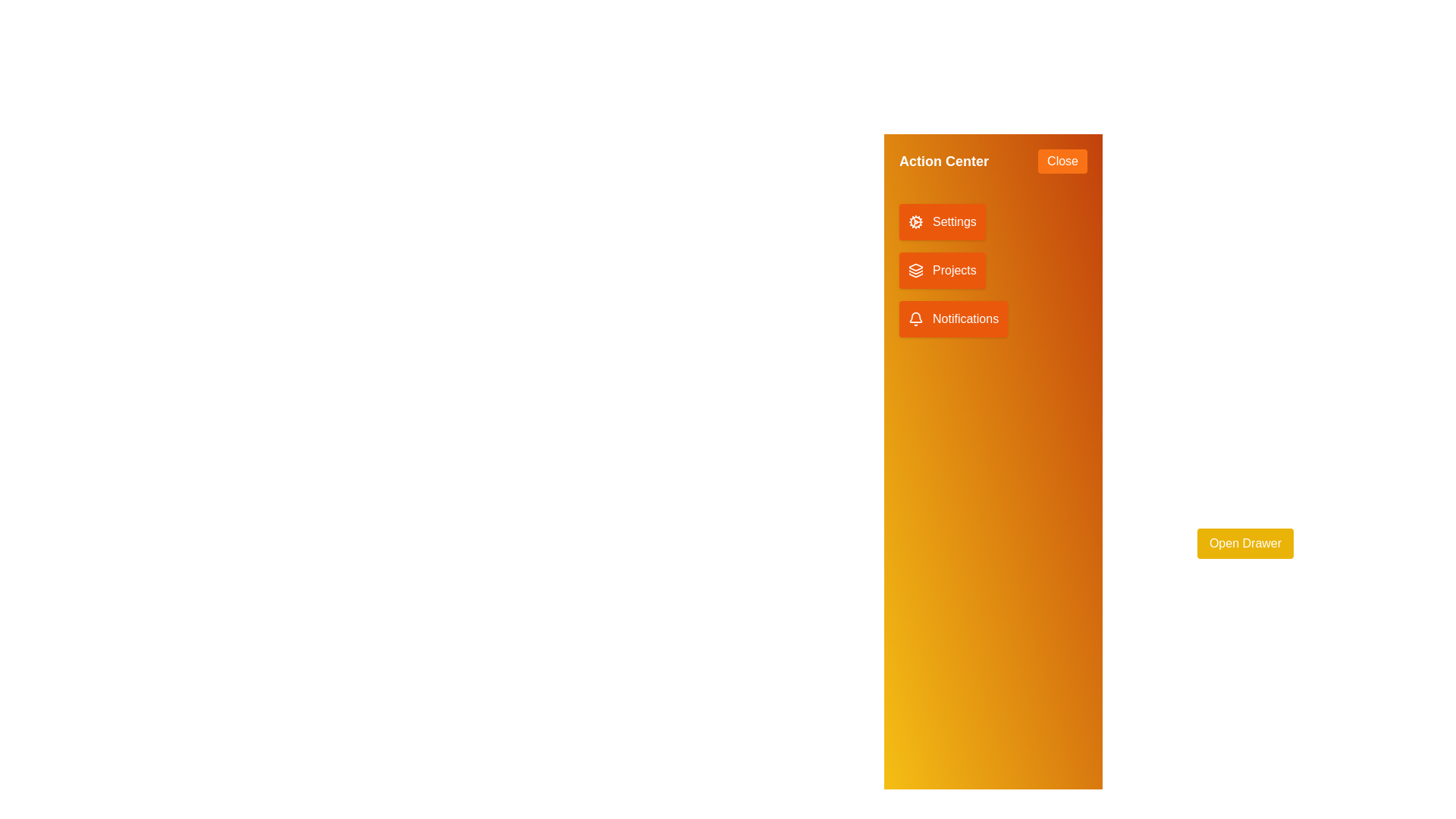 The width and height of the screenshot is (1456, 819). Describe the element at coordinates (941, 222) in the screenshot. I see `the 'Settings' button to access settings` at that location.